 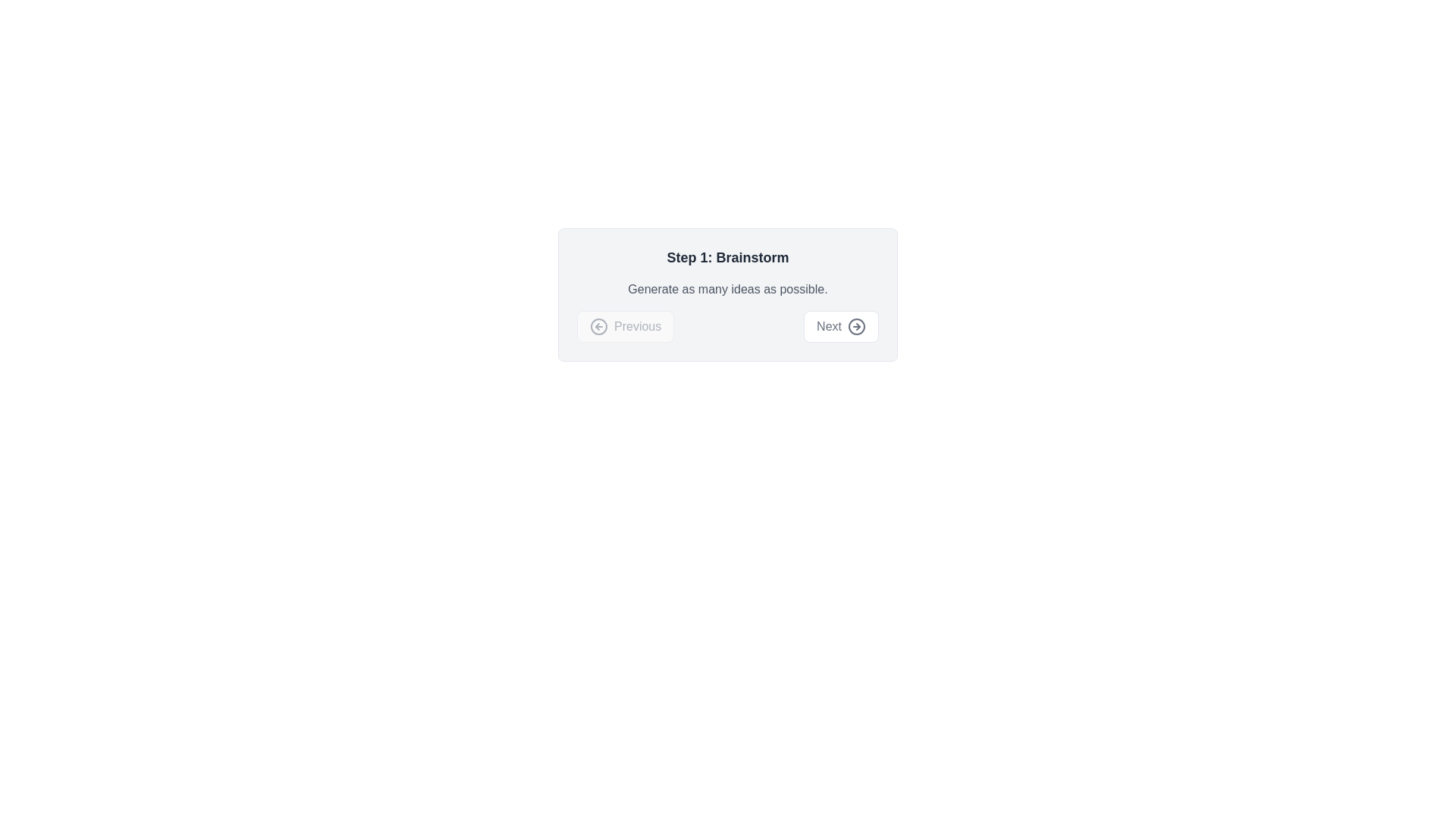 What do you see at coordinates (840, 326) in the screenshot?
I see `the 'Next' button with a rounded border, white background, and gray text label located in the bottom-right section of a card layout` at bounding box center [840, 326].